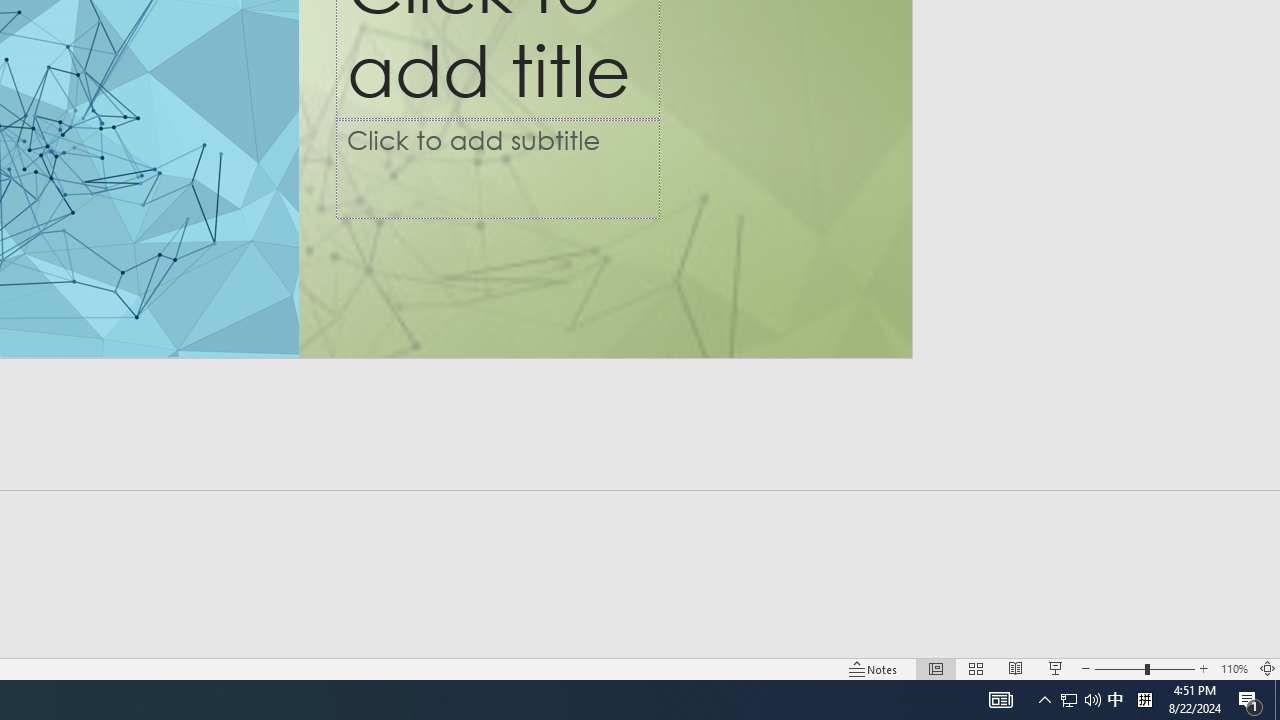  I want to click on 'Notes ', so click(874, 669).